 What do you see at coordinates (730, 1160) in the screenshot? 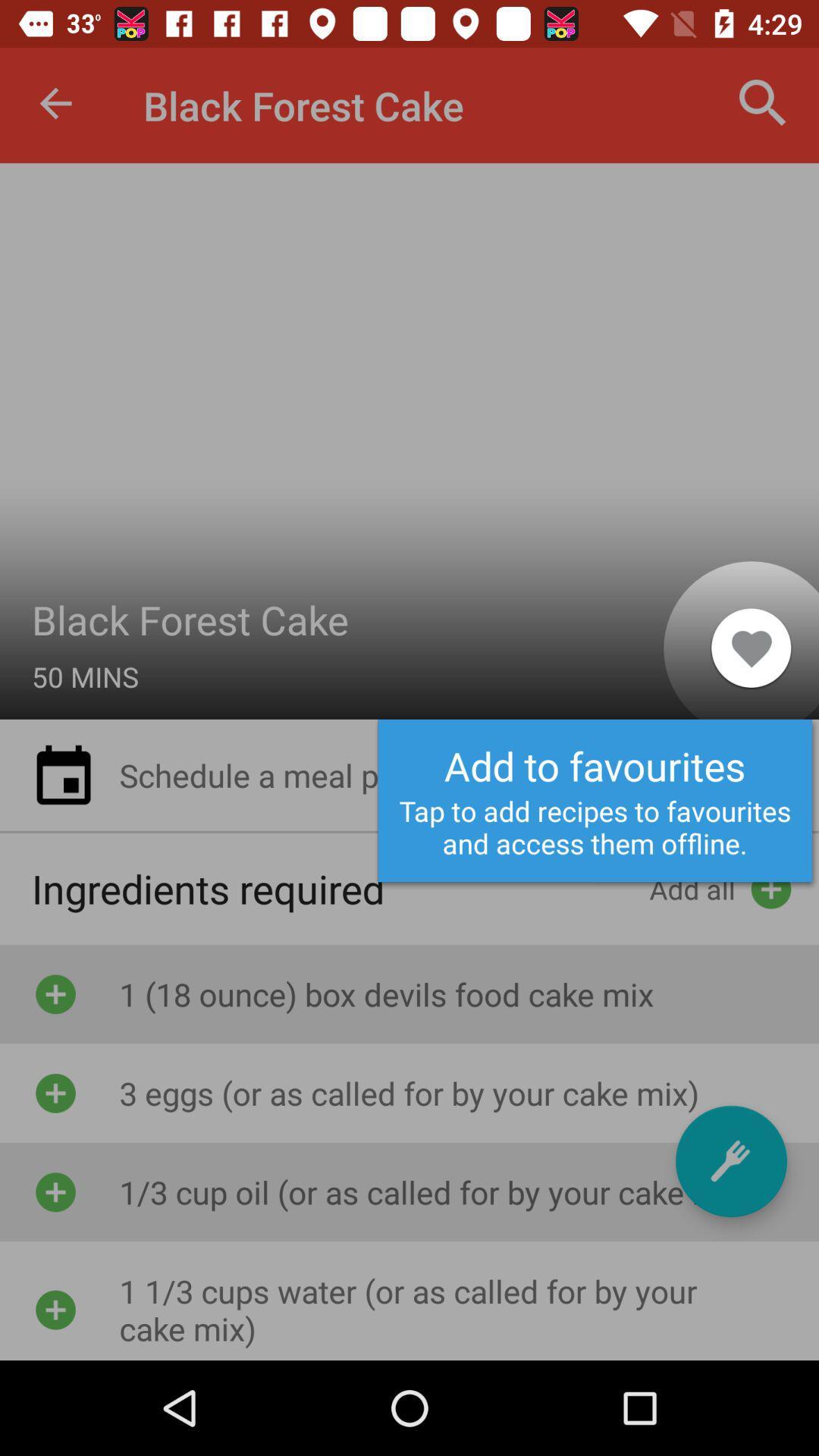
I see `fork icon` at bounding box center [730, 1160].